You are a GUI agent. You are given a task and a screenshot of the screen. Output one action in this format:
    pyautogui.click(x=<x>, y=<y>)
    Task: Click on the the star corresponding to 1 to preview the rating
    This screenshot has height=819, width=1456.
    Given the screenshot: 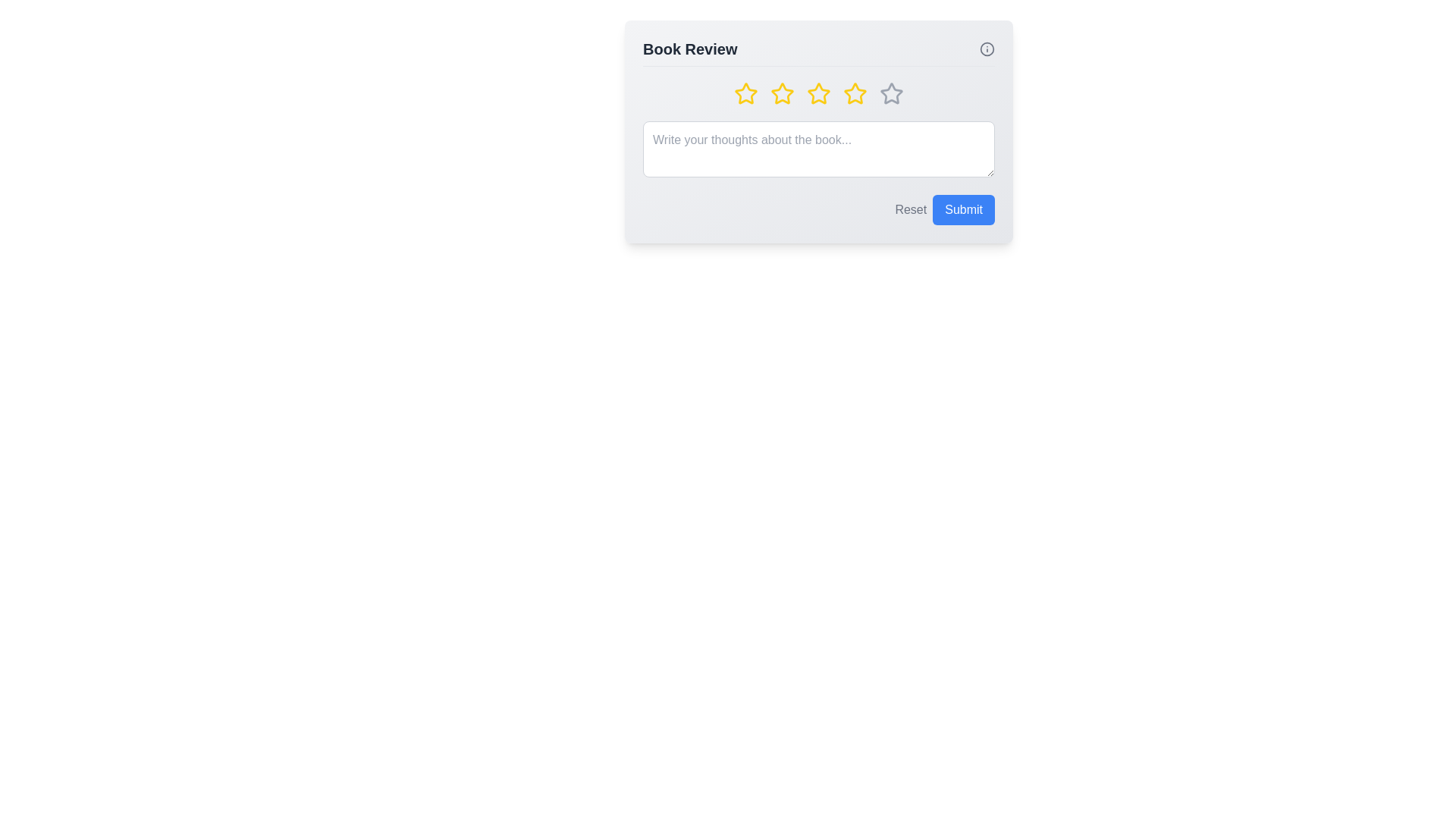 What is the action you would take?
    pyautogui.click(x=745, y=93)
    